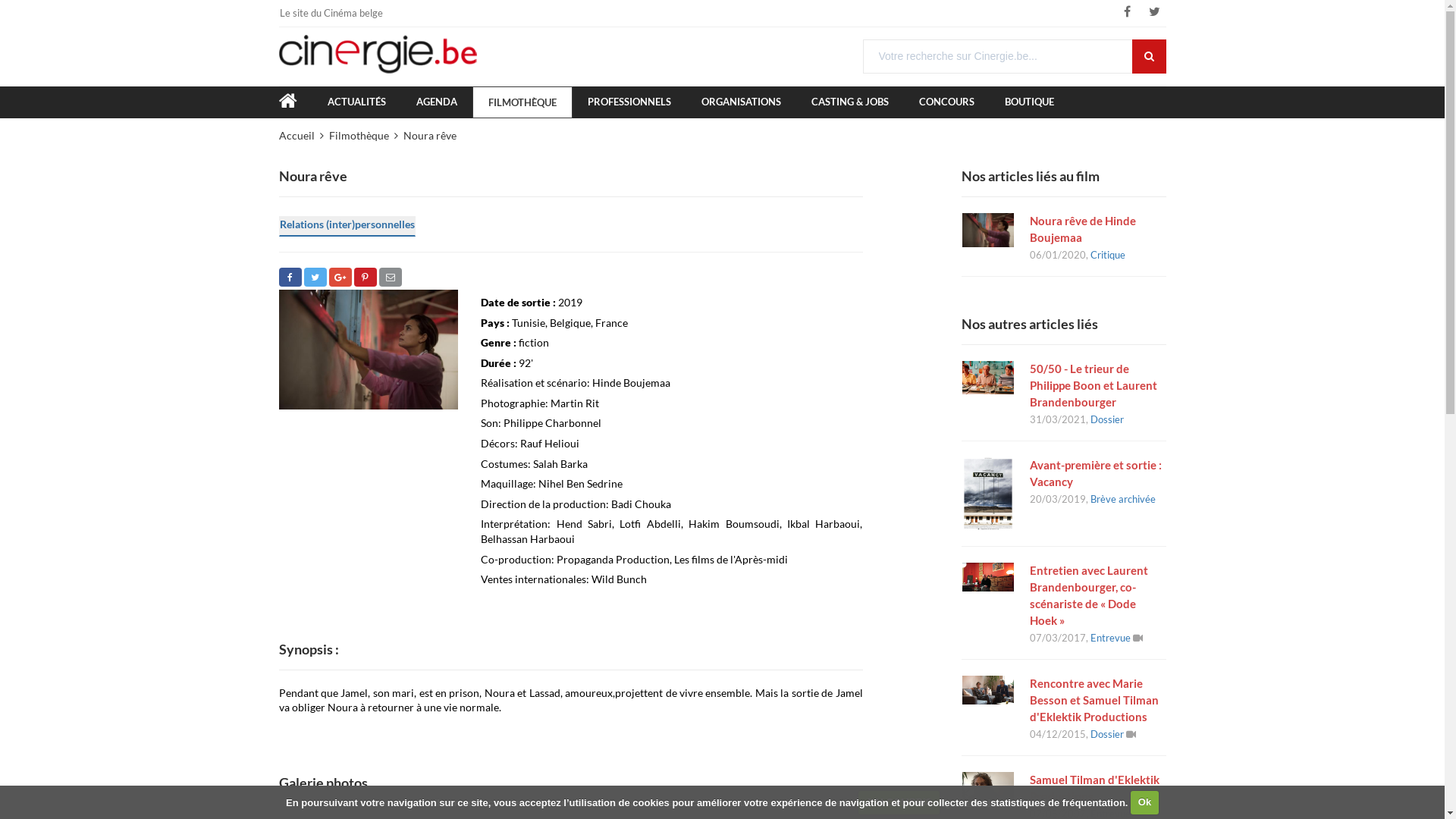 Image resolution: width=1456 pixels, height=819 pixels. I want to click on 'AGENDA', so click(435, 102).